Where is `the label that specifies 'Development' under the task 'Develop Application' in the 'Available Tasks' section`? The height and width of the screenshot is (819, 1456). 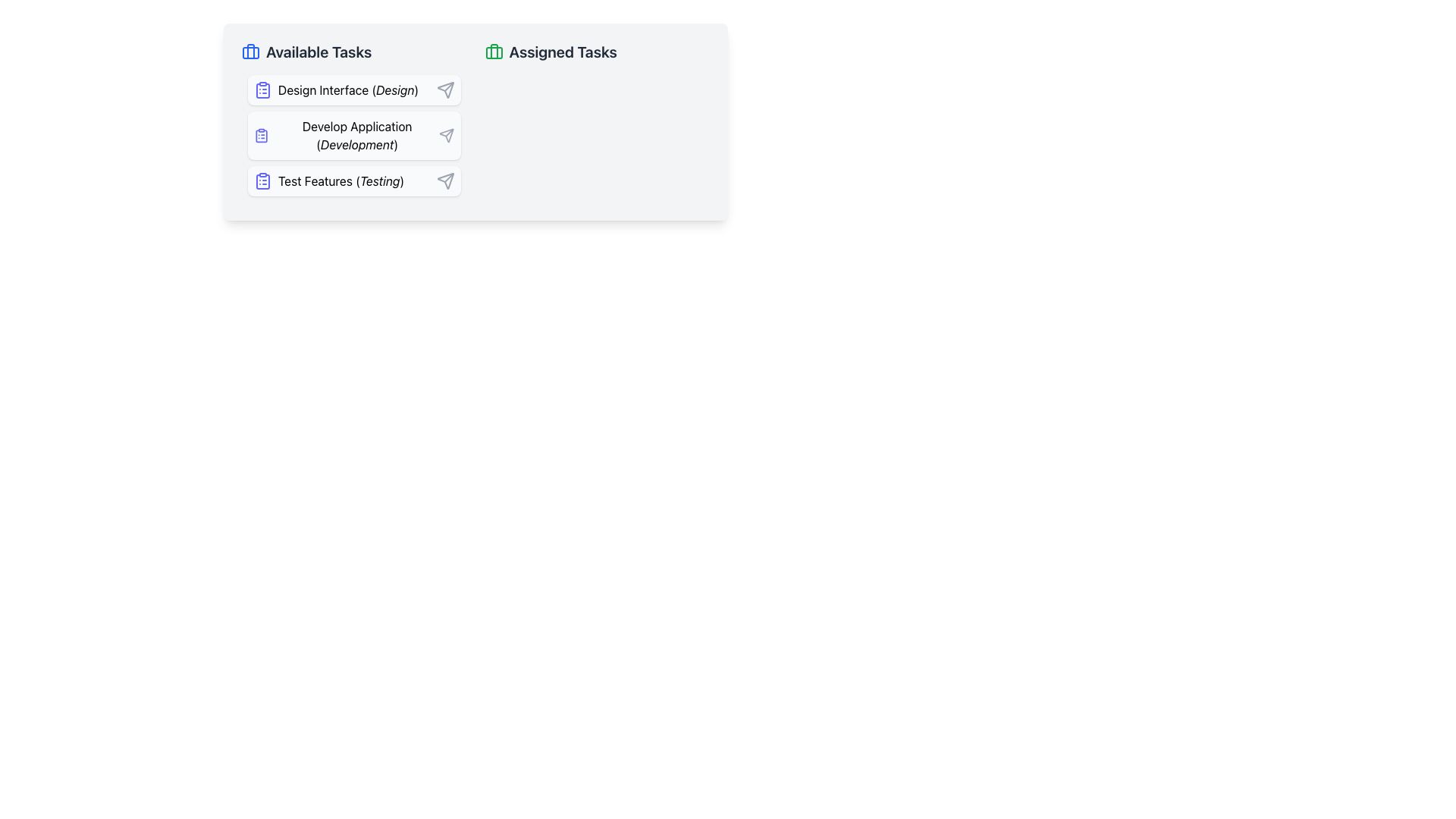
the label that specifies 'Development' under the task 'Develop Application' in the 'Available Tasks' section is located at coordinates (356, 145).